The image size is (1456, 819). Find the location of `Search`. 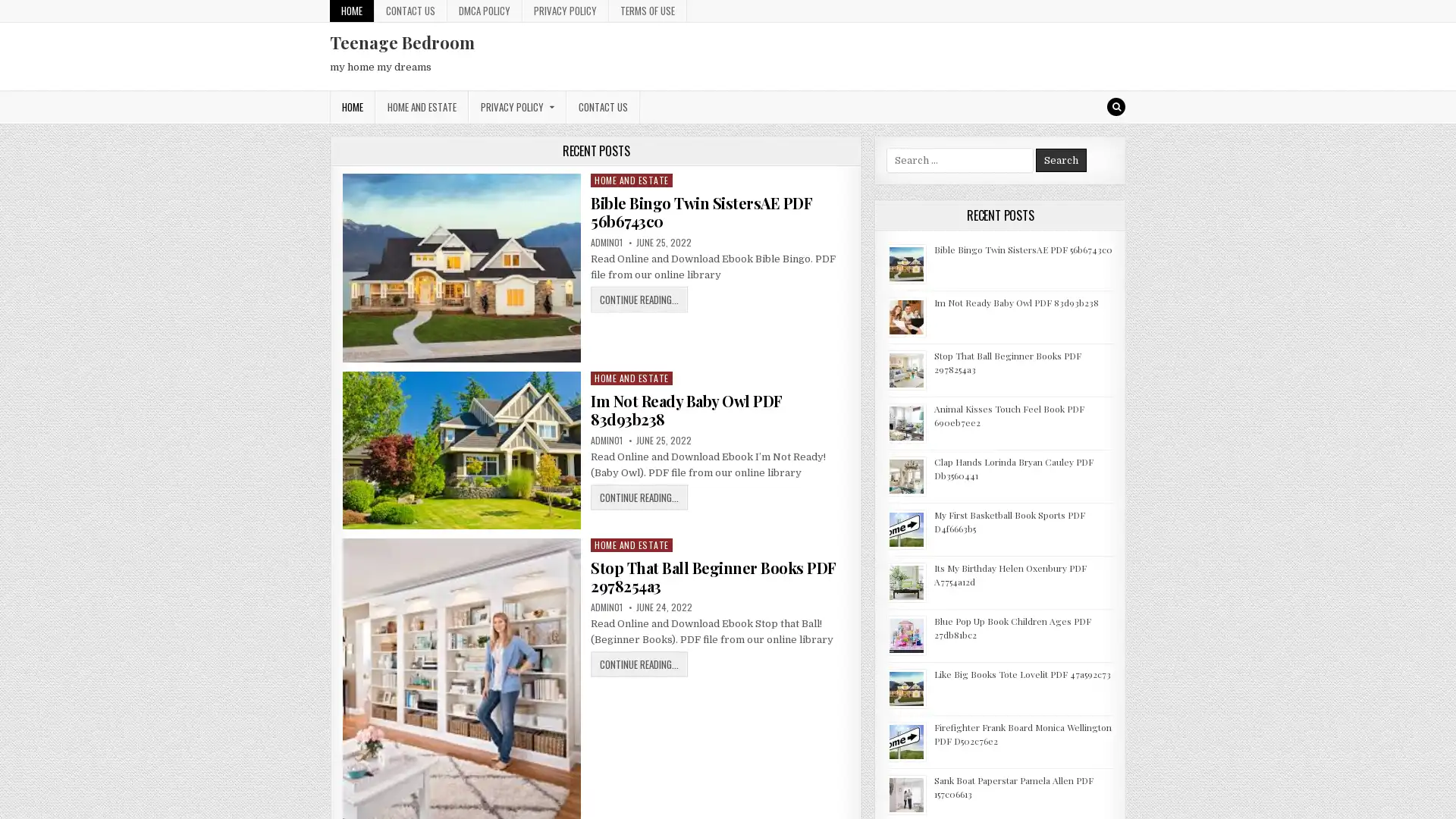

Search is located at coordinates (1060, 160).